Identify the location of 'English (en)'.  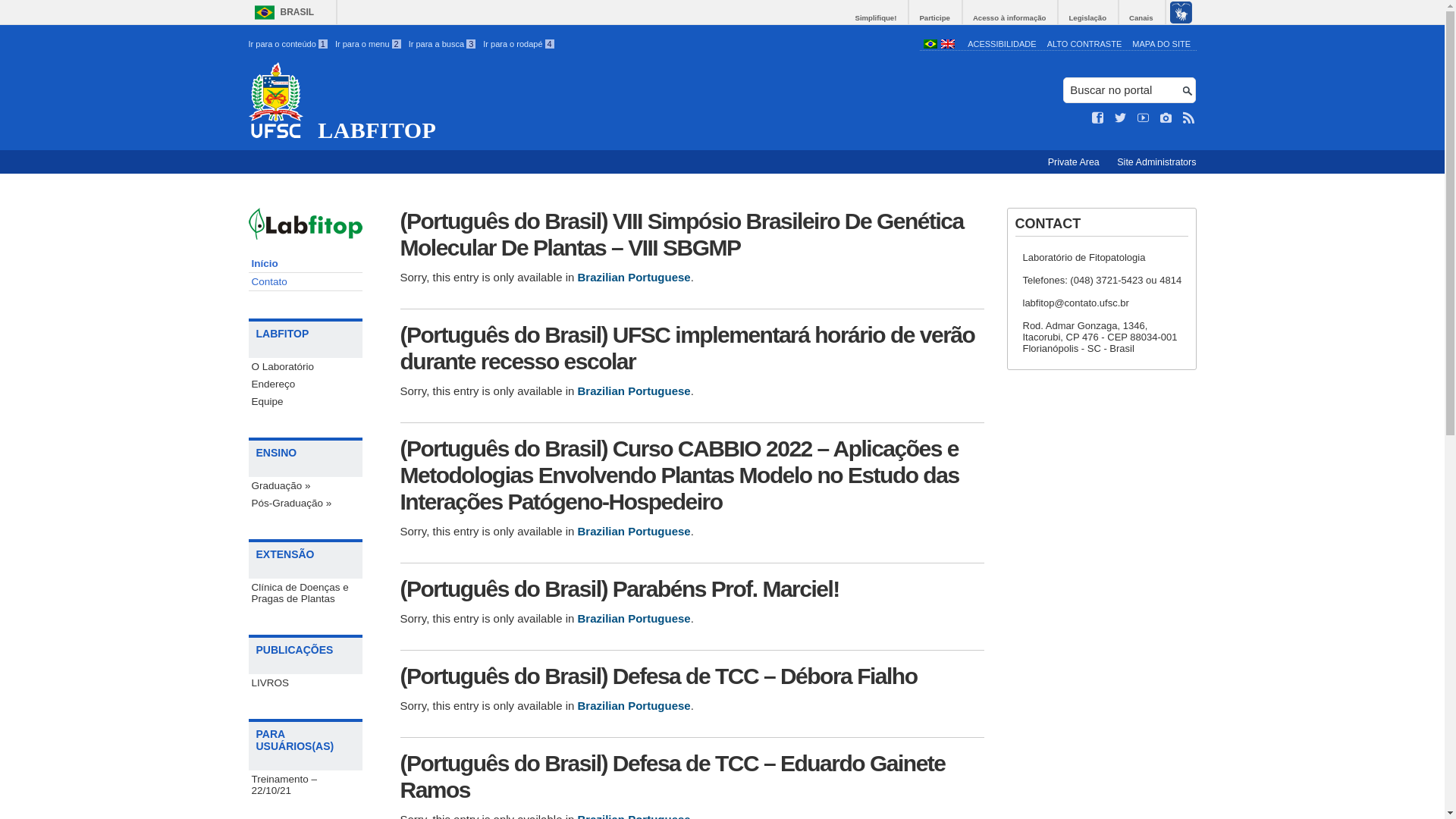
(946, 45).